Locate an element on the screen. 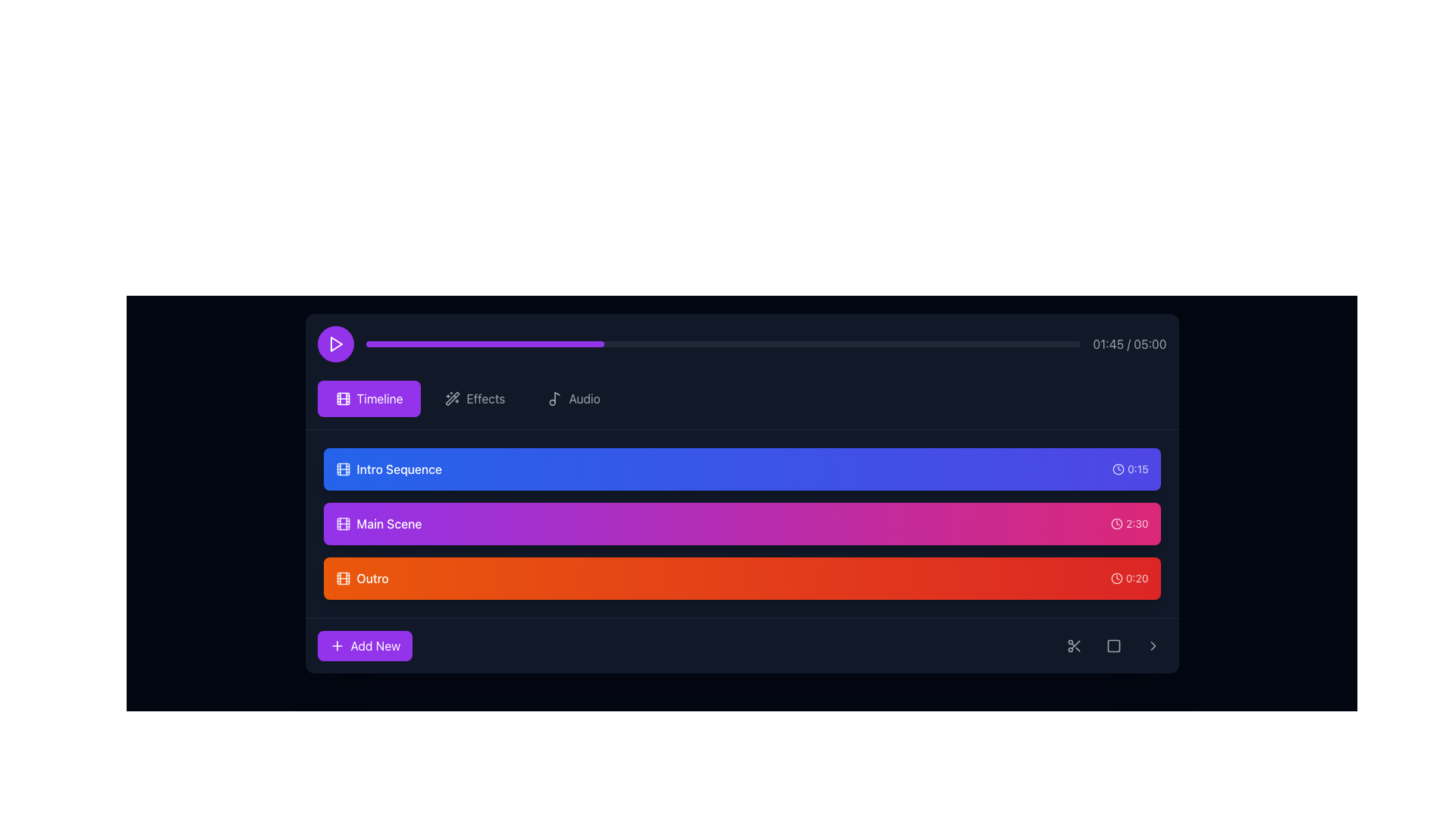 The width and height of the screenshot is (1456, 819). the rightmost navigation button located in the bottom right section of the dark user interface panel to proceed to the next step is located at coordinates (1153, 646).